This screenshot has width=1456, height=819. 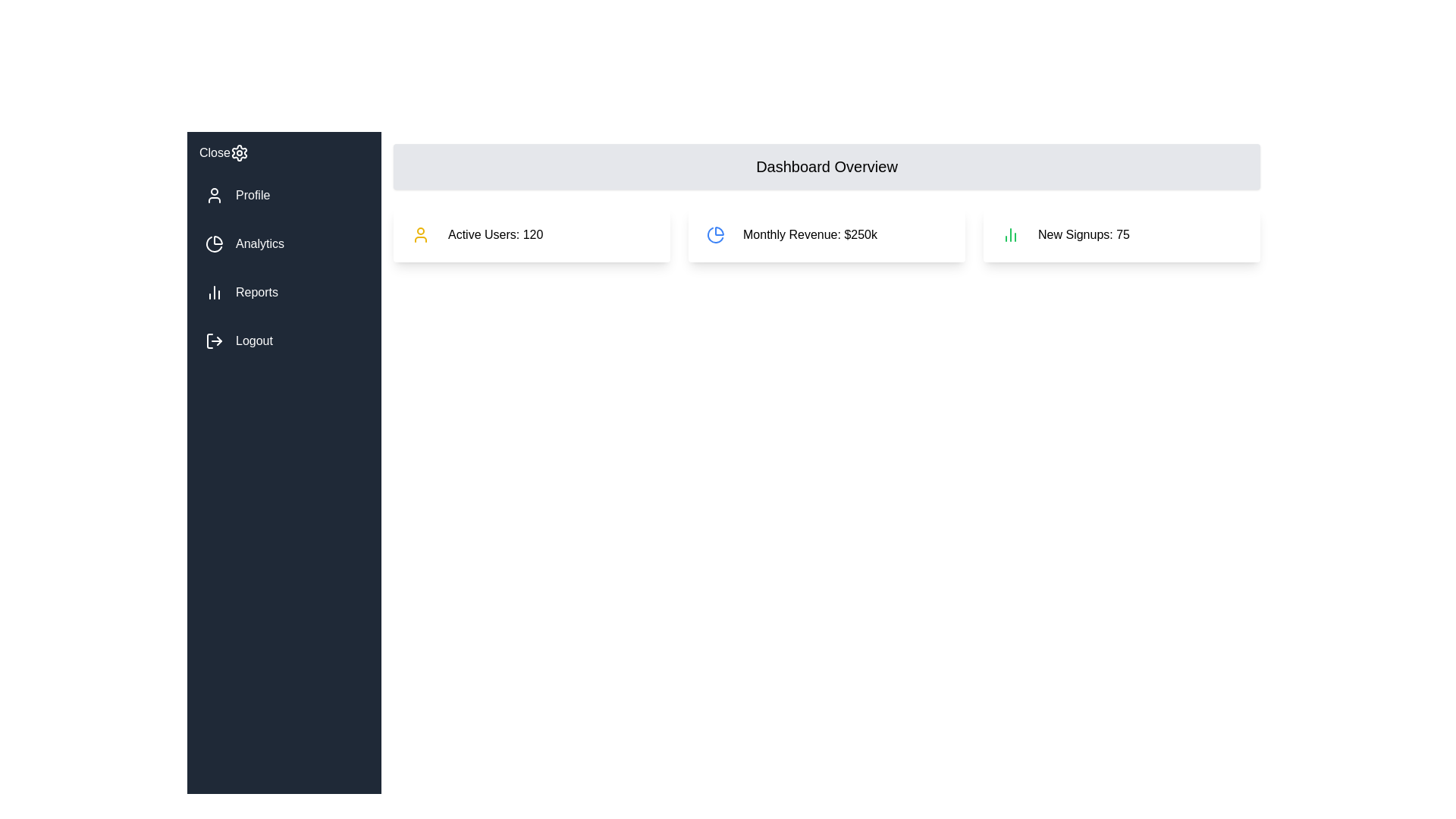 What do you see at coordinates (214, 341) in the screenshot?
I see `the logout SVG icon located in the bottom portion of the vertical sidebar, directly above the word 'Logout'` at bounding box center [214, 341].